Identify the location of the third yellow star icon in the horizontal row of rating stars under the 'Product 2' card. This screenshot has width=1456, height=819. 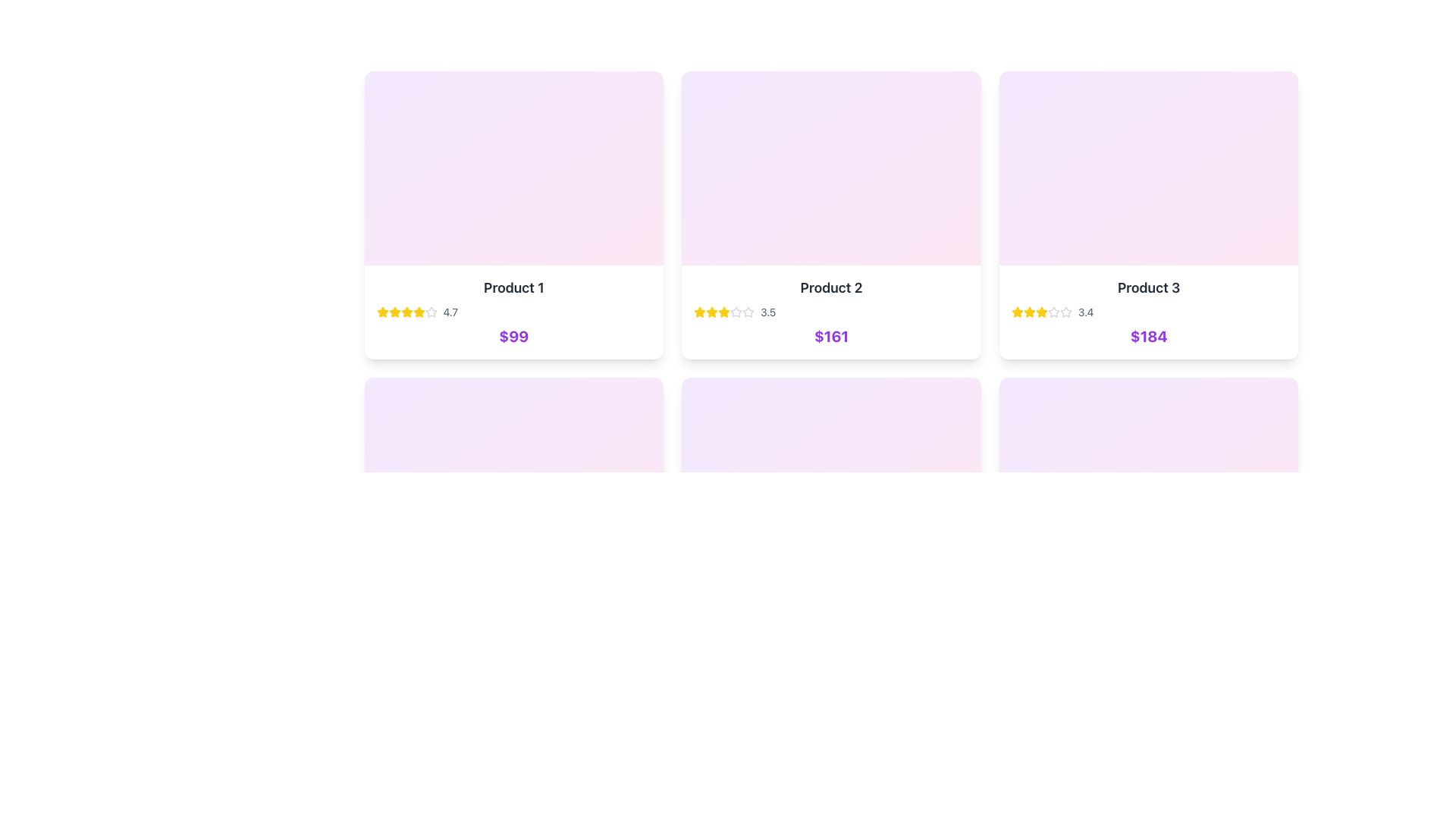
(711, 312).